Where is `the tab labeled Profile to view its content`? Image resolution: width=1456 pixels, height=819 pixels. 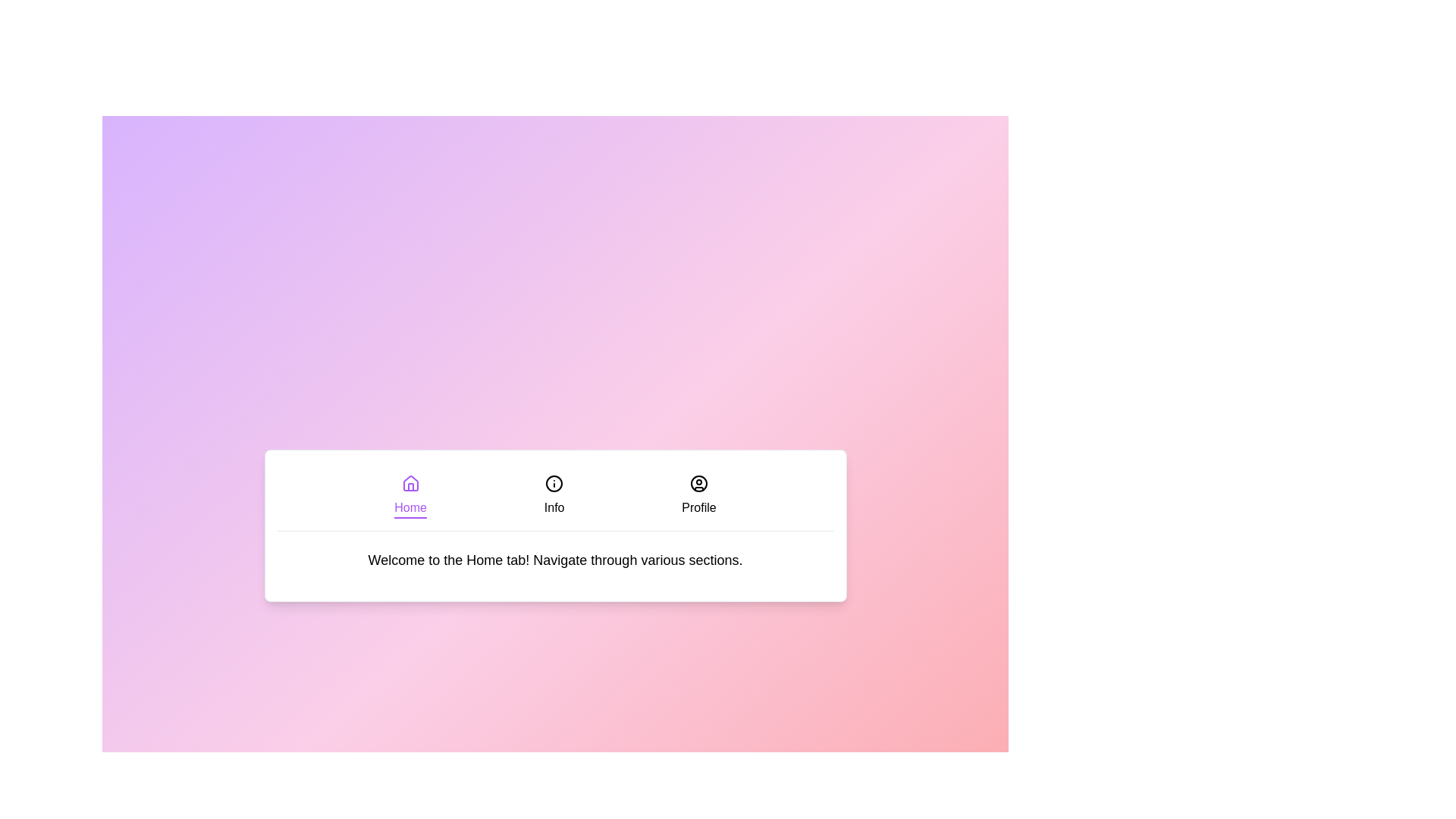
the tab labeled Profile to view its content is located at coordinates (698, 496).